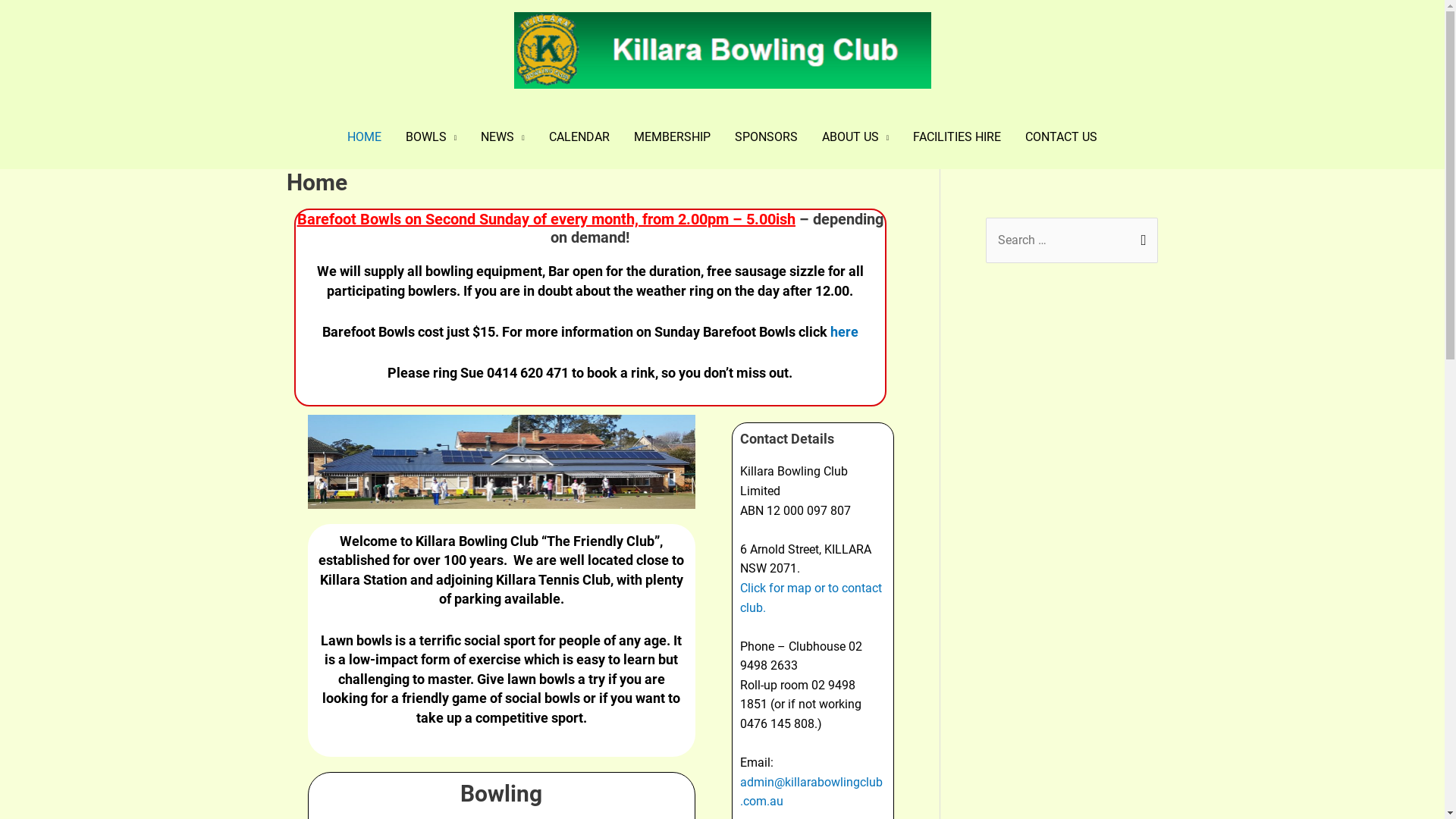 This screenshot has width=1456, height=819. I want to click on 'HOME', so click(364, 137).